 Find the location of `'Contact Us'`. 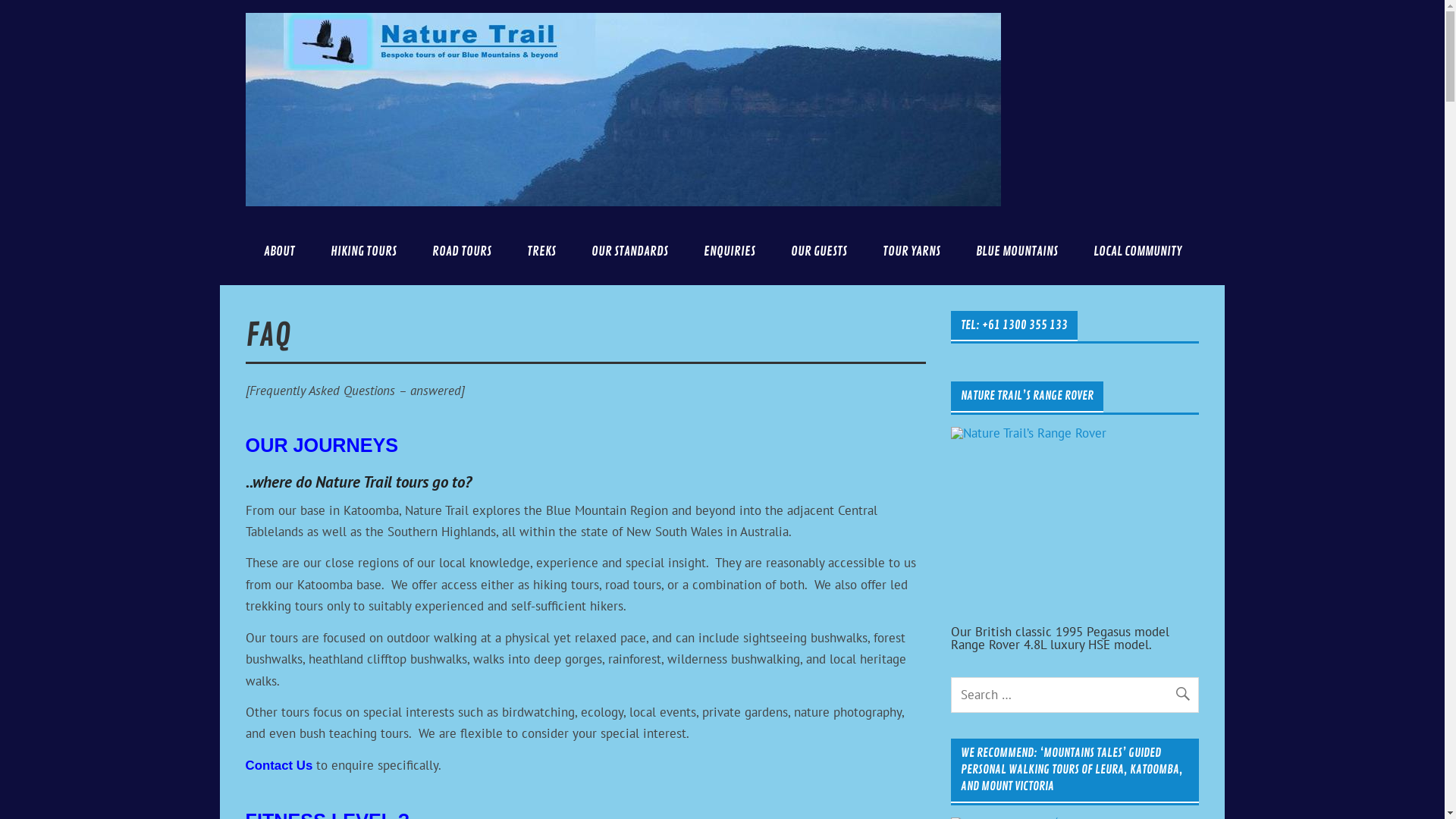

'Contact Us' is located at coordinates (279, 765).